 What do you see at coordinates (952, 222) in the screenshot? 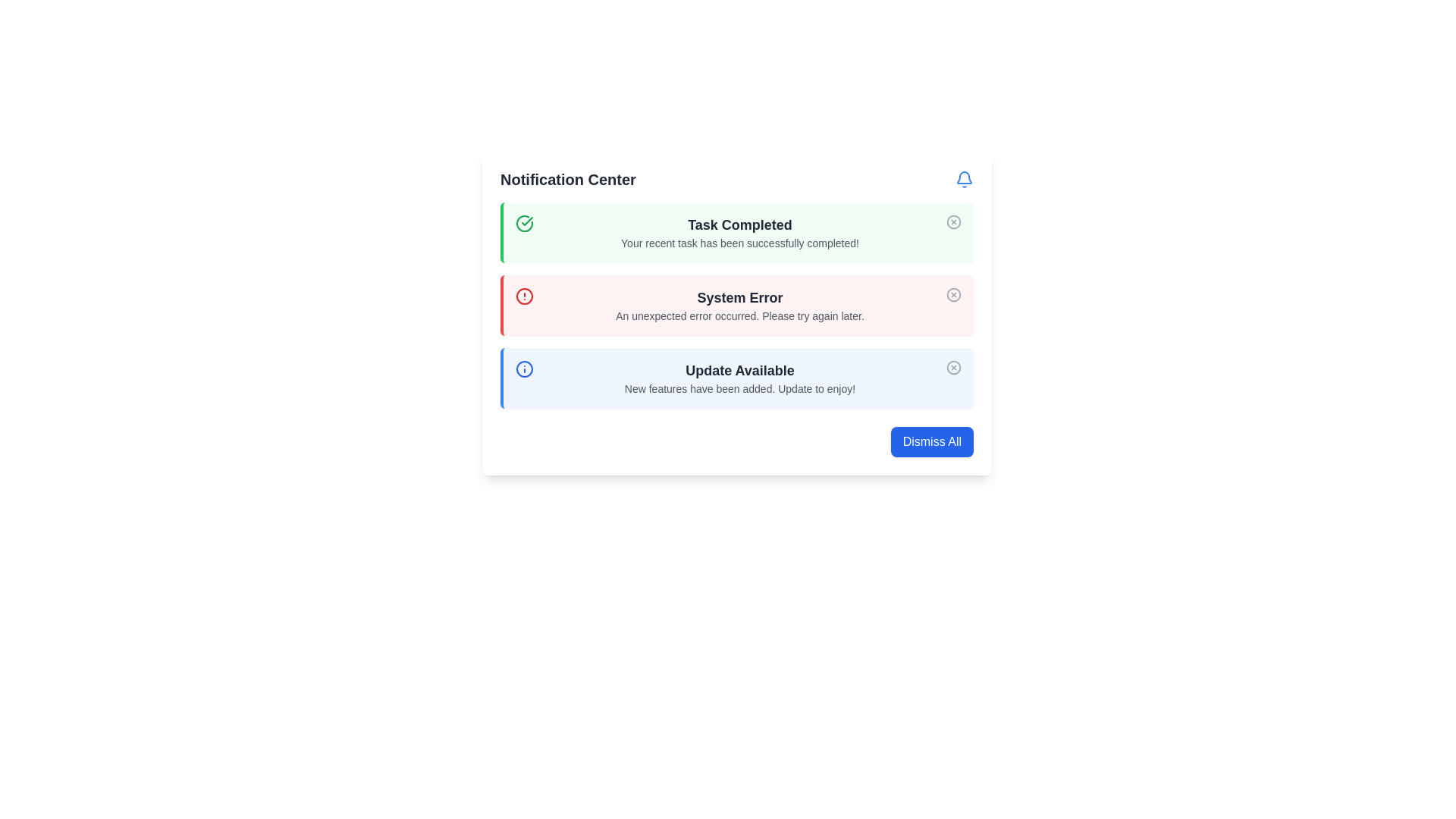
I see `the main circular shape of the icon located inside the green notification block at the top of the panel` at bounding box center [952, 222].